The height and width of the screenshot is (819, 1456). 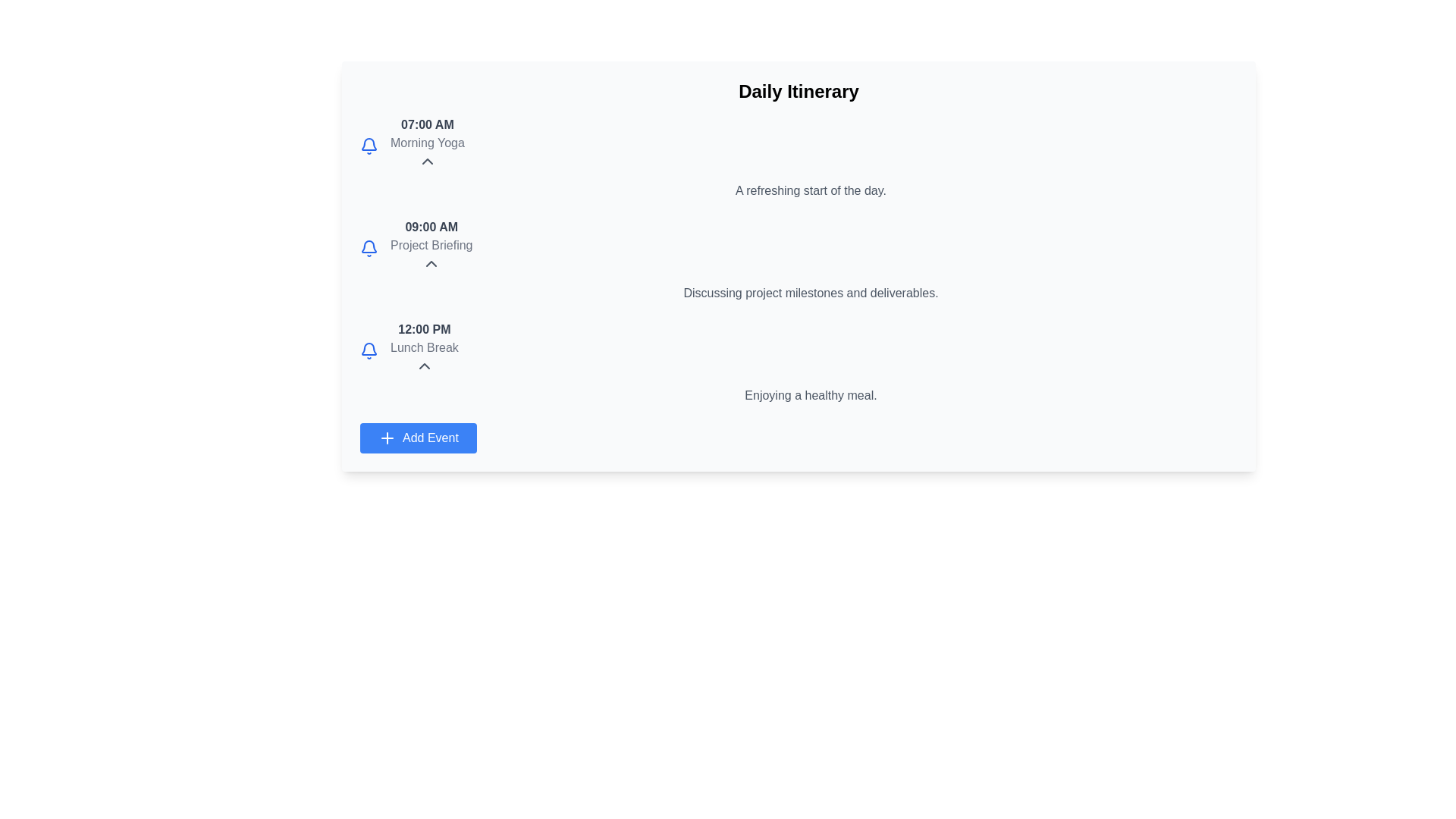 I want to click on the bell-shaped icon with a light blue stroke, so click(x=369, y=146).